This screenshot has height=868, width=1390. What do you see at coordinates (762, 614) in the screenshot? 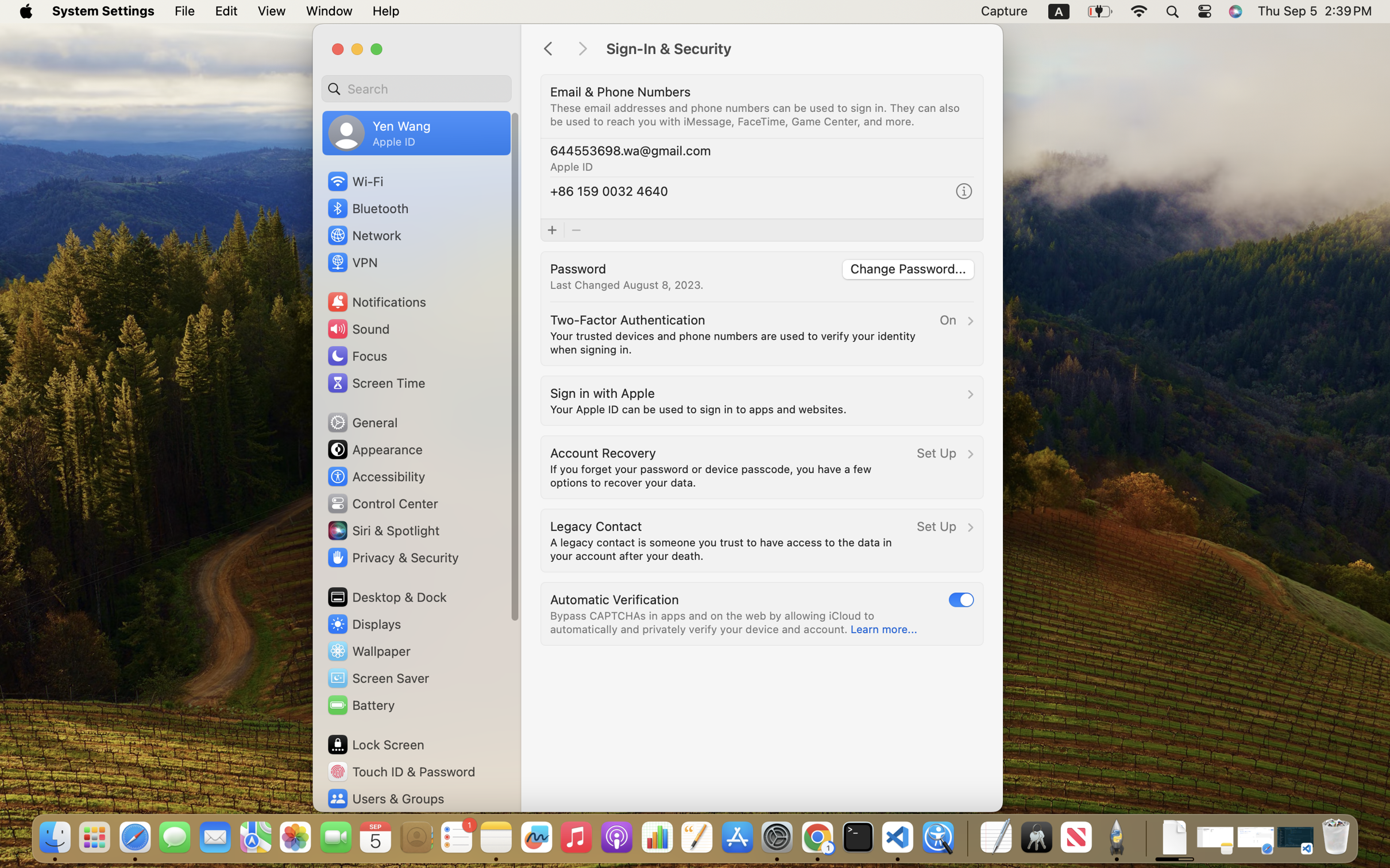
I see `'Bypass CAPTCHAs in apps and on the web by allowing iCloud to automatically and privately verify your device and account. Learn more... Automatic Verification'` at bounding box center [762, 614].